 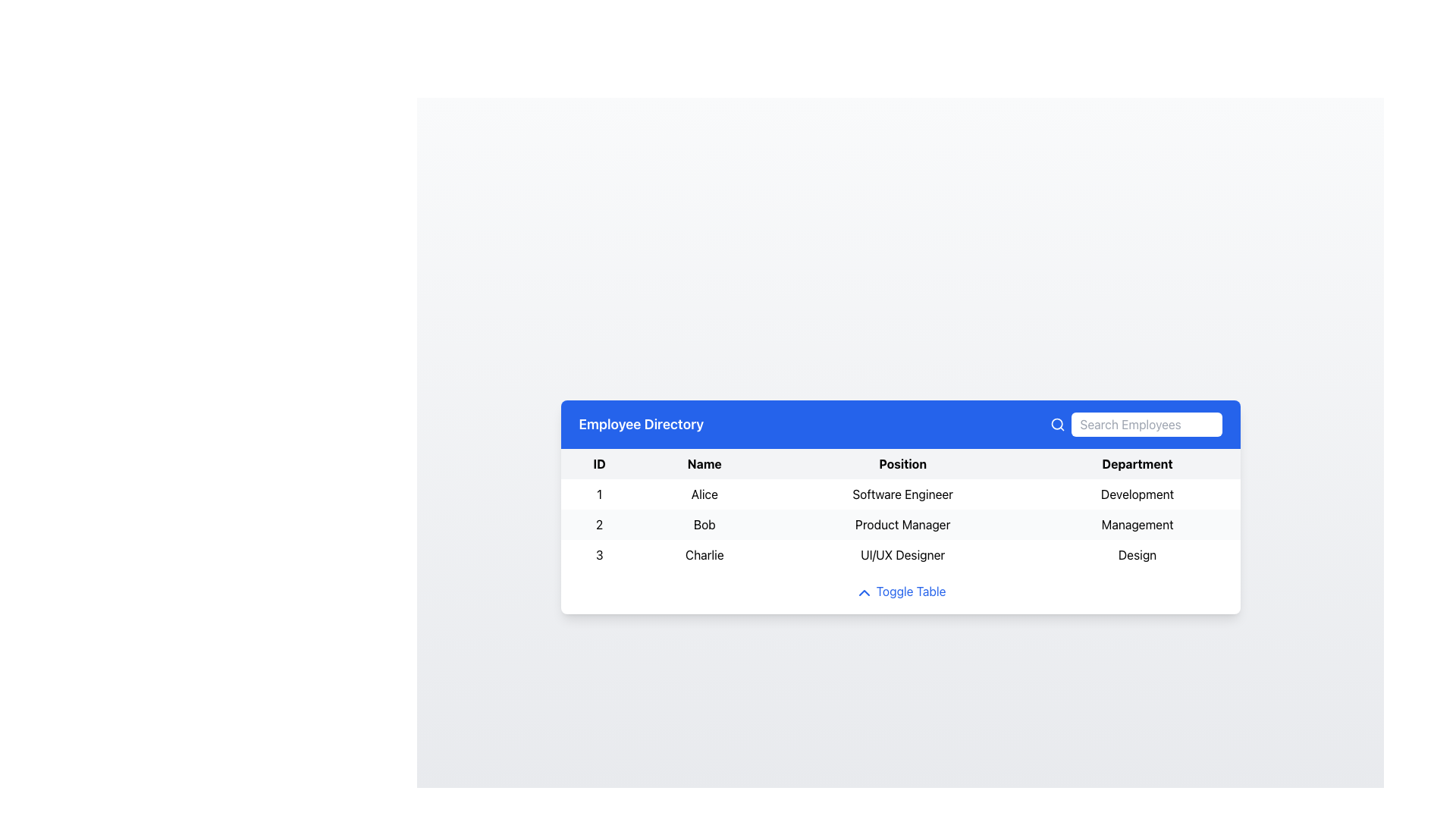 What do you see at coordinates (900, 463) in the screenshot?
I see `the Table Header Row located at the top of the Employee Directory table to sort the table by the corresponding column labels` at bounding box center [900, 463].